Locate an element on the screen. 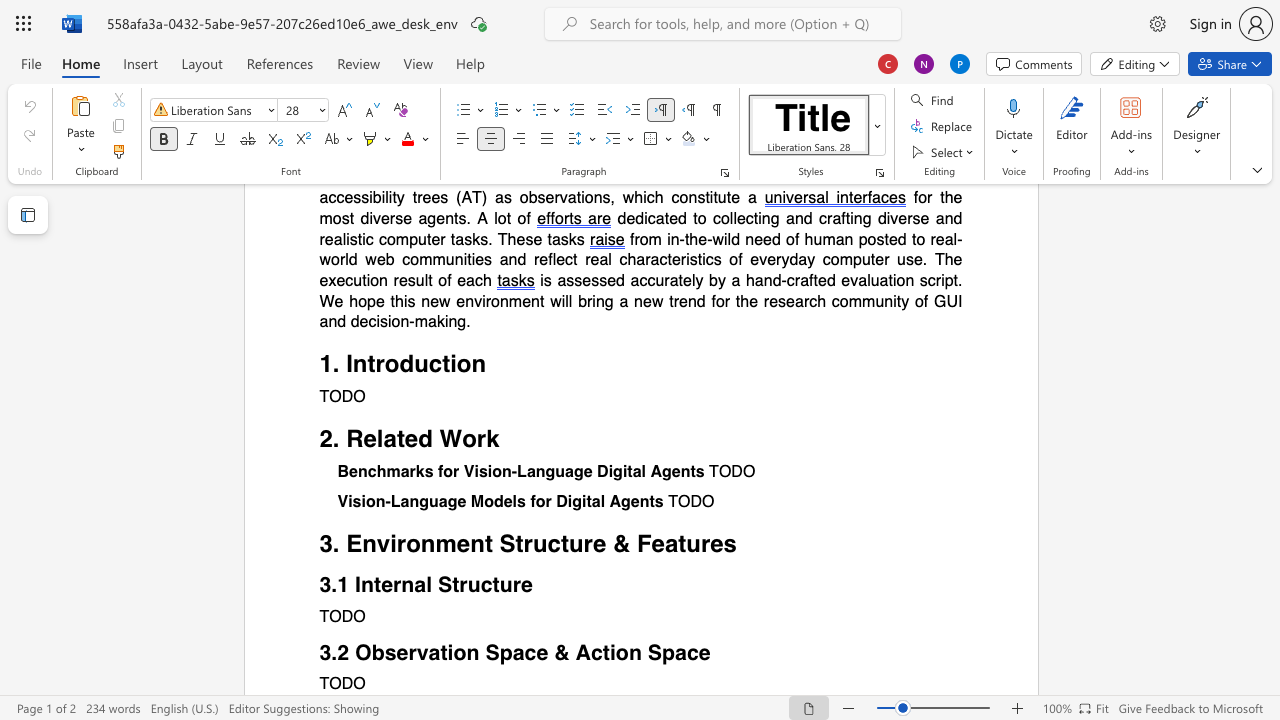 Image resolution: width=1280 pixels, height=720 pixels. the subset text "ronment Struc" within the text "3. Environment Structure & Features" is located at coordinates (396, 544).